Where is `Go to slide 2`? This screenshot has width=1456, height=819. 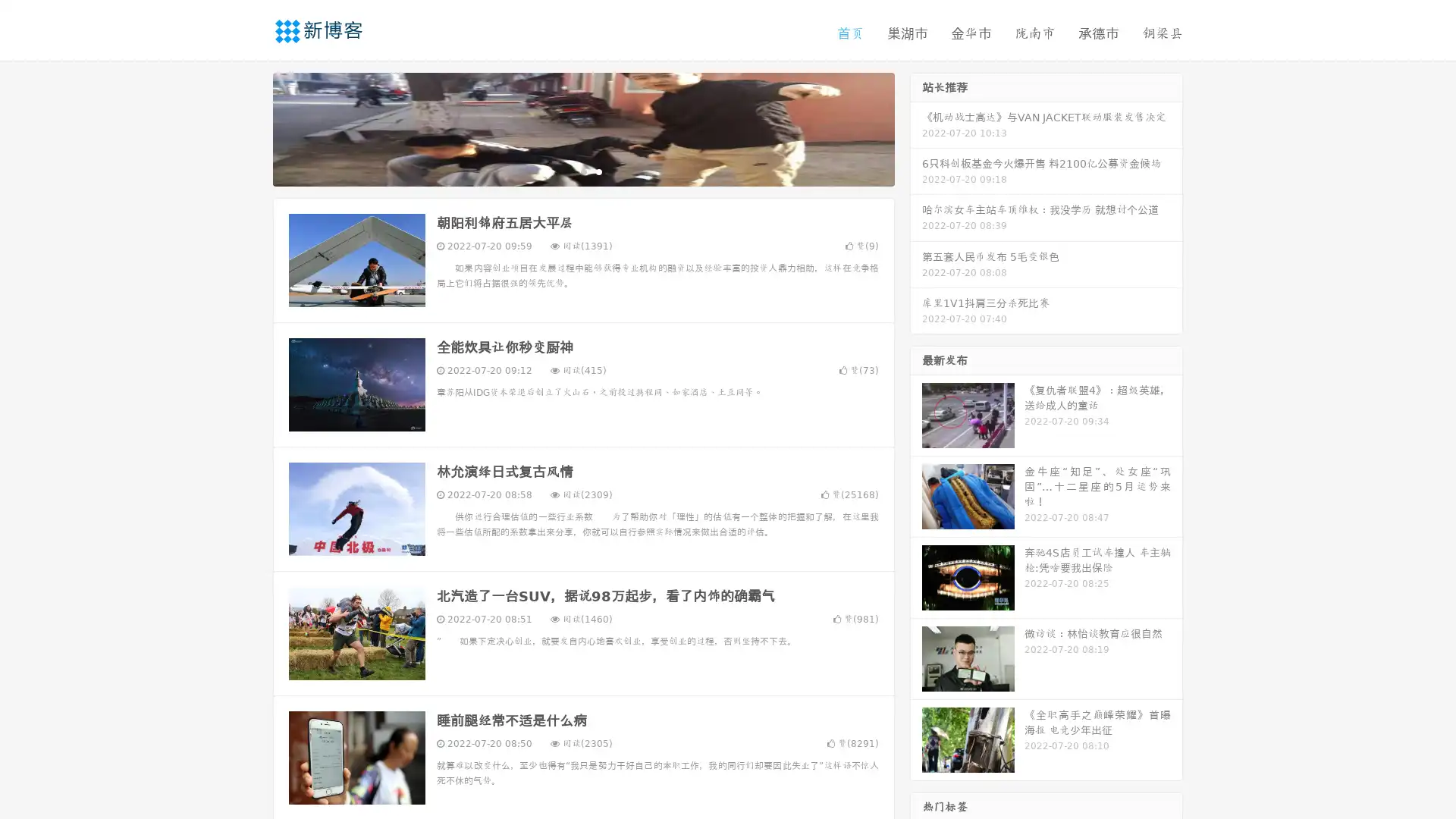
Go to slide 2 is located at coordinates (582, 171).